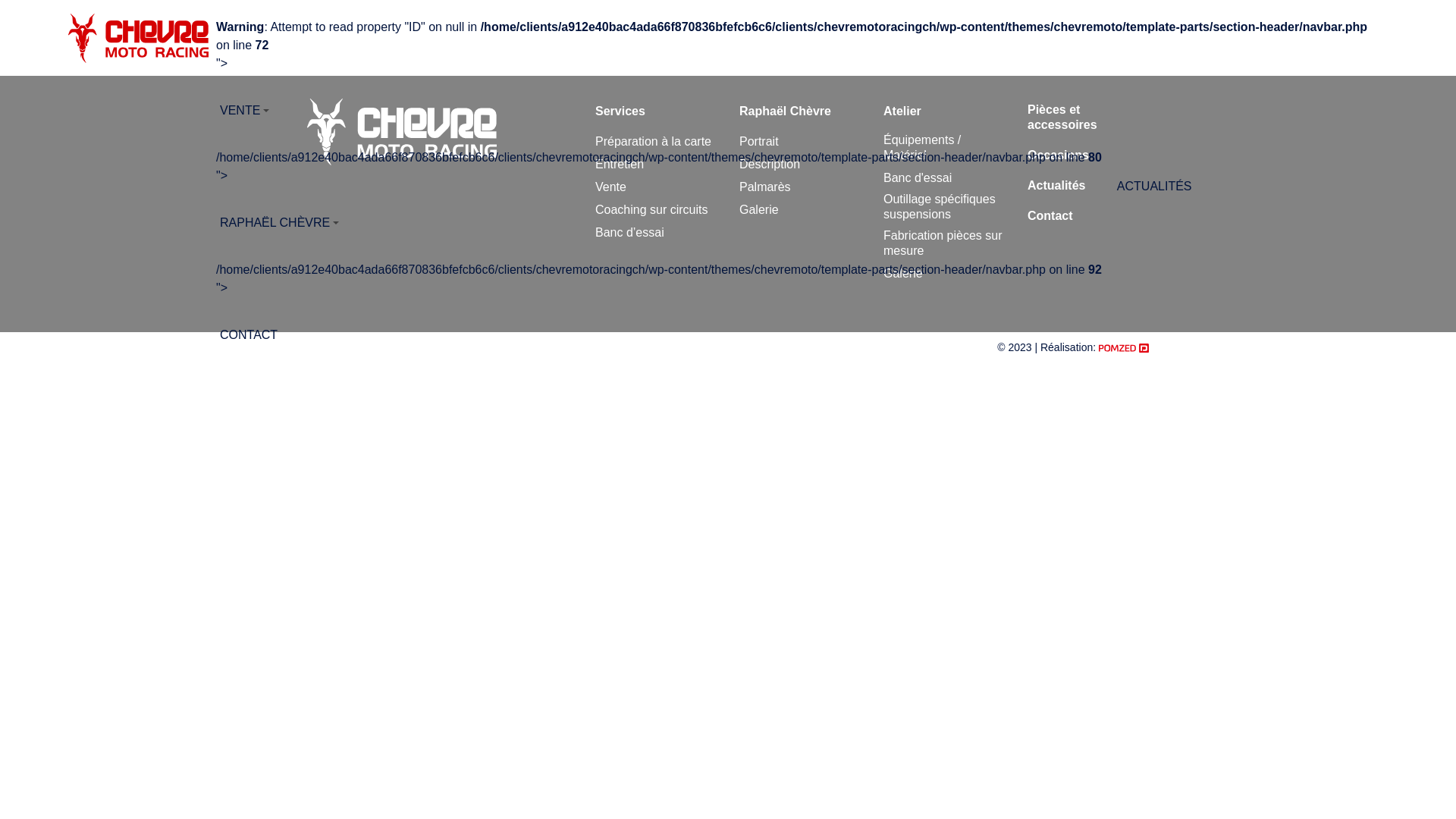 This screenshot has width=1456, height=819. I want to click on 'Contact', so click(1050, 216).